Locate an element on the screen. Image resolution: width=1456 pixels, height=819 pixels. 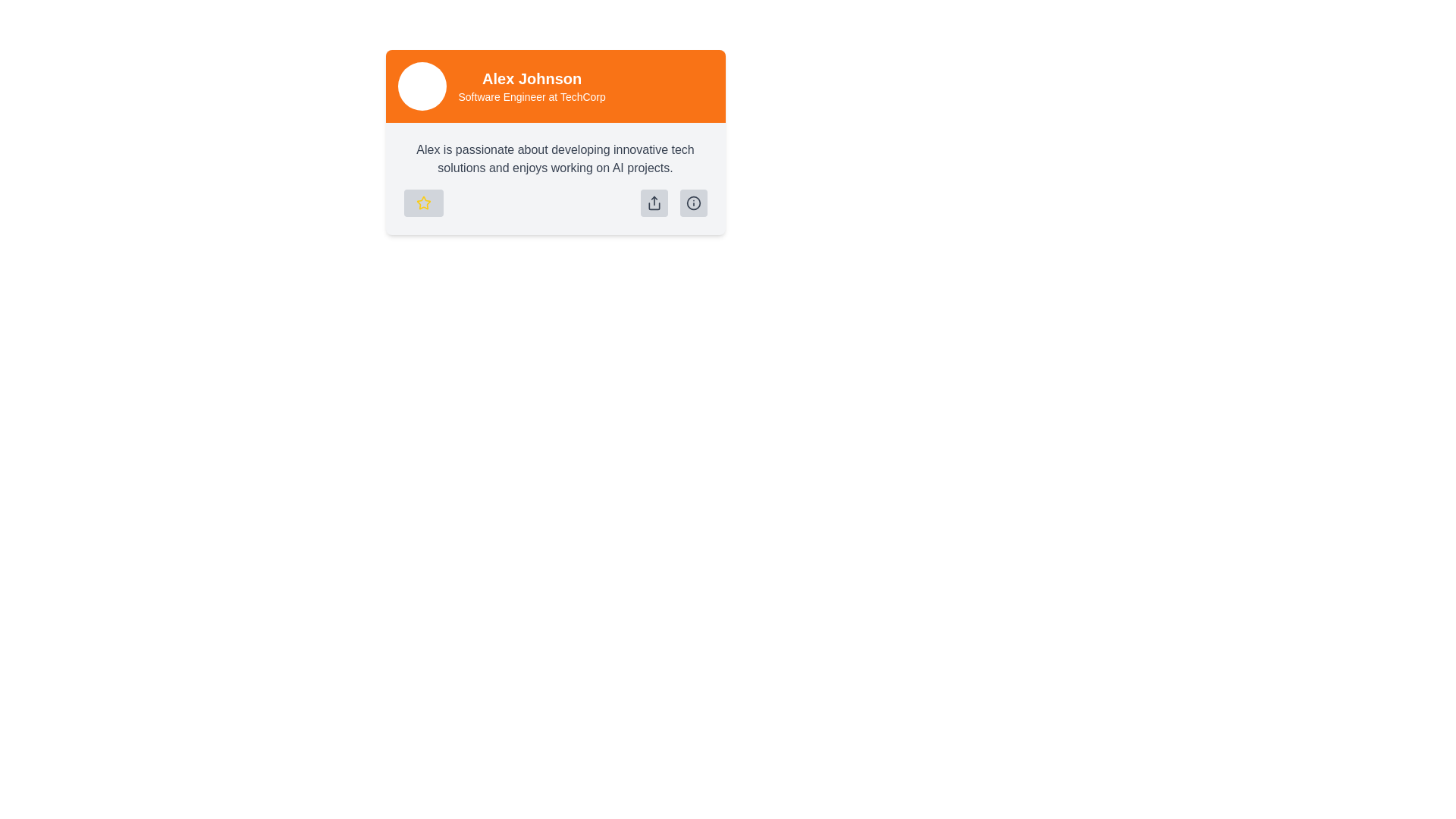
the text element reading 'Software Engineer at TechCorp' which is displayed in bold white text on an orange background, located directly below 'Alex Johnson' in the header section of the profile block is located at coordinates (532, 96).